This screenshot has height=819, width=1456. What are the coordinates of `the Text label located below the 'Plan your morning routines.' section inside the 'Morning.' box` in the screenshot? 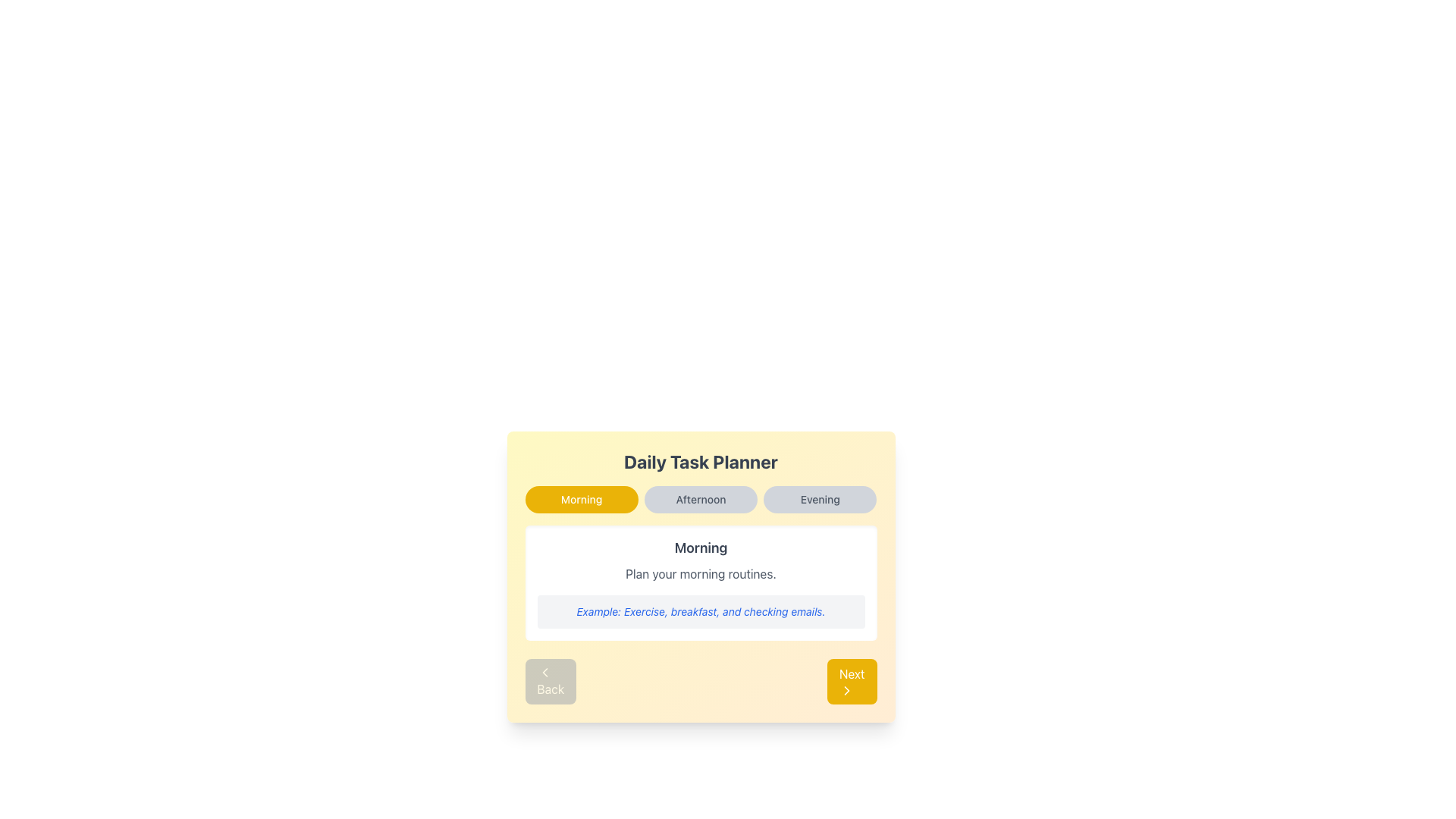 It's located at (700, 610).